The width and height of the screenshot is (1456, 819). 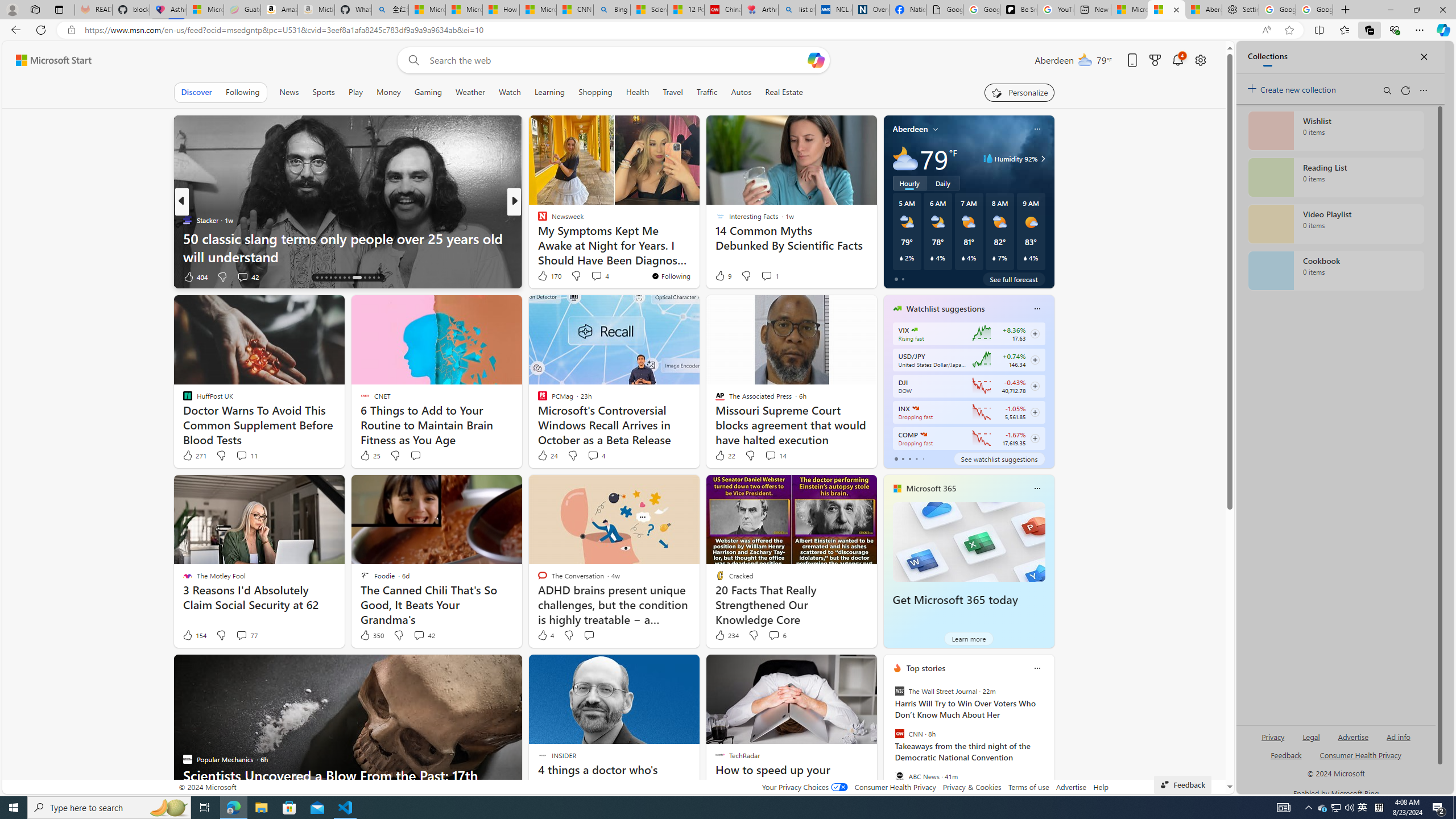 What do you see at coordinates (325, 277) in the screenshot?
I see `'AutomationID: tab-16'` at bounding box center [325, 277].